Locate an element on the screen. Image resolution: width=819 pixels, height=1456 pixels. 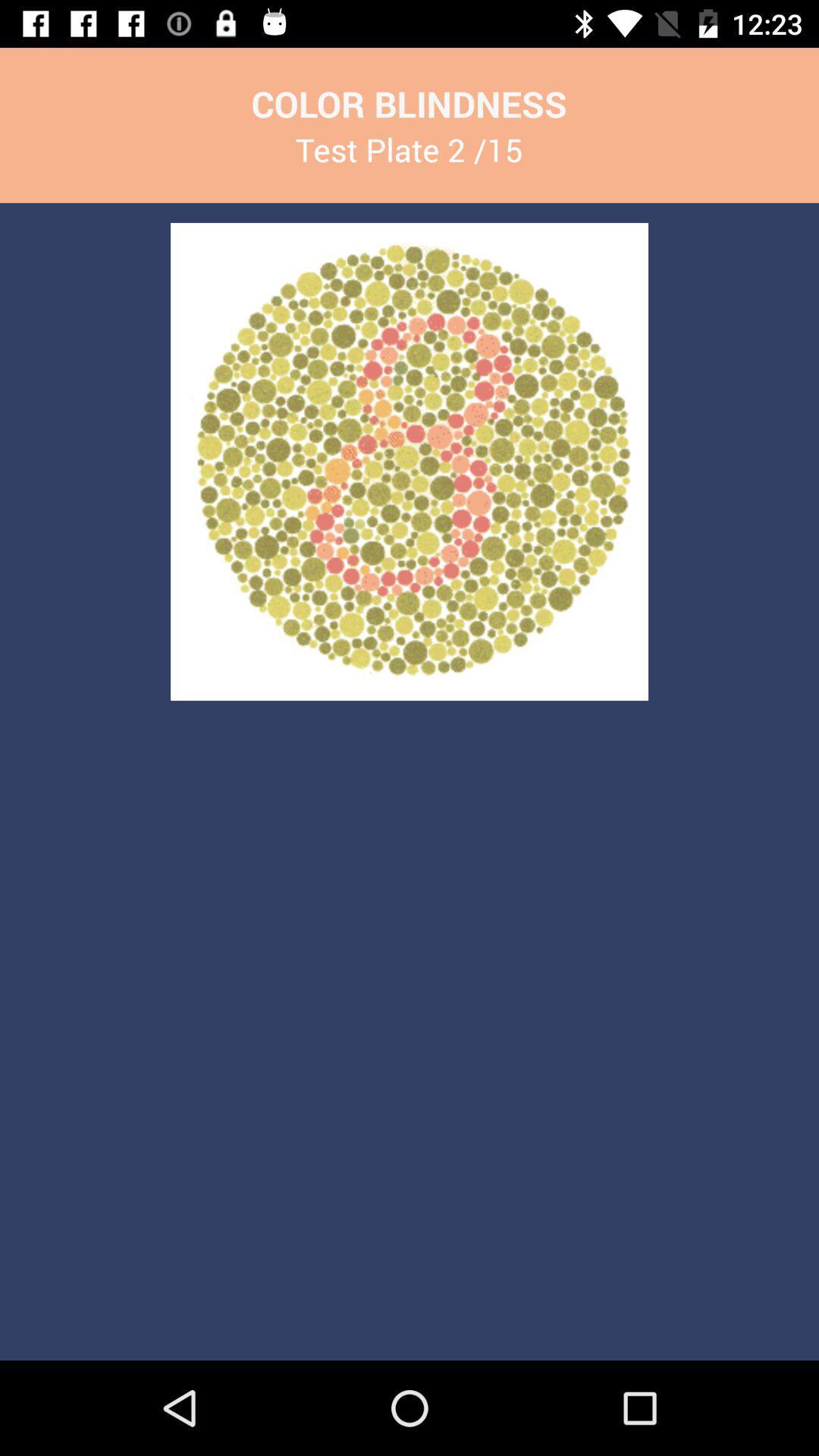
the icon below test plate 2 app is located at coordinates (409, 461).